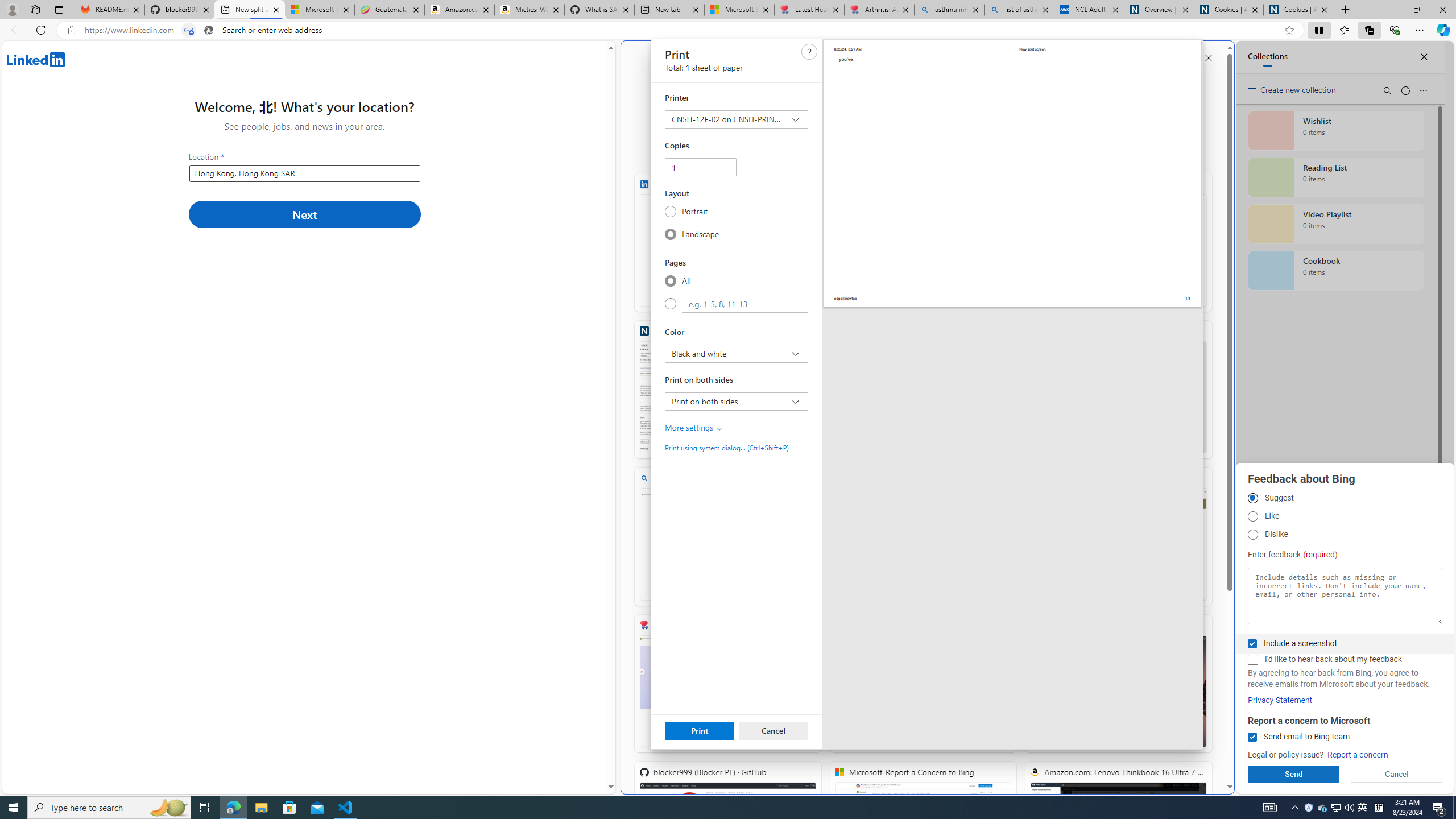 This screenshot has width=1456, height=819. I want to click on 'Copies', so click(700, 166).